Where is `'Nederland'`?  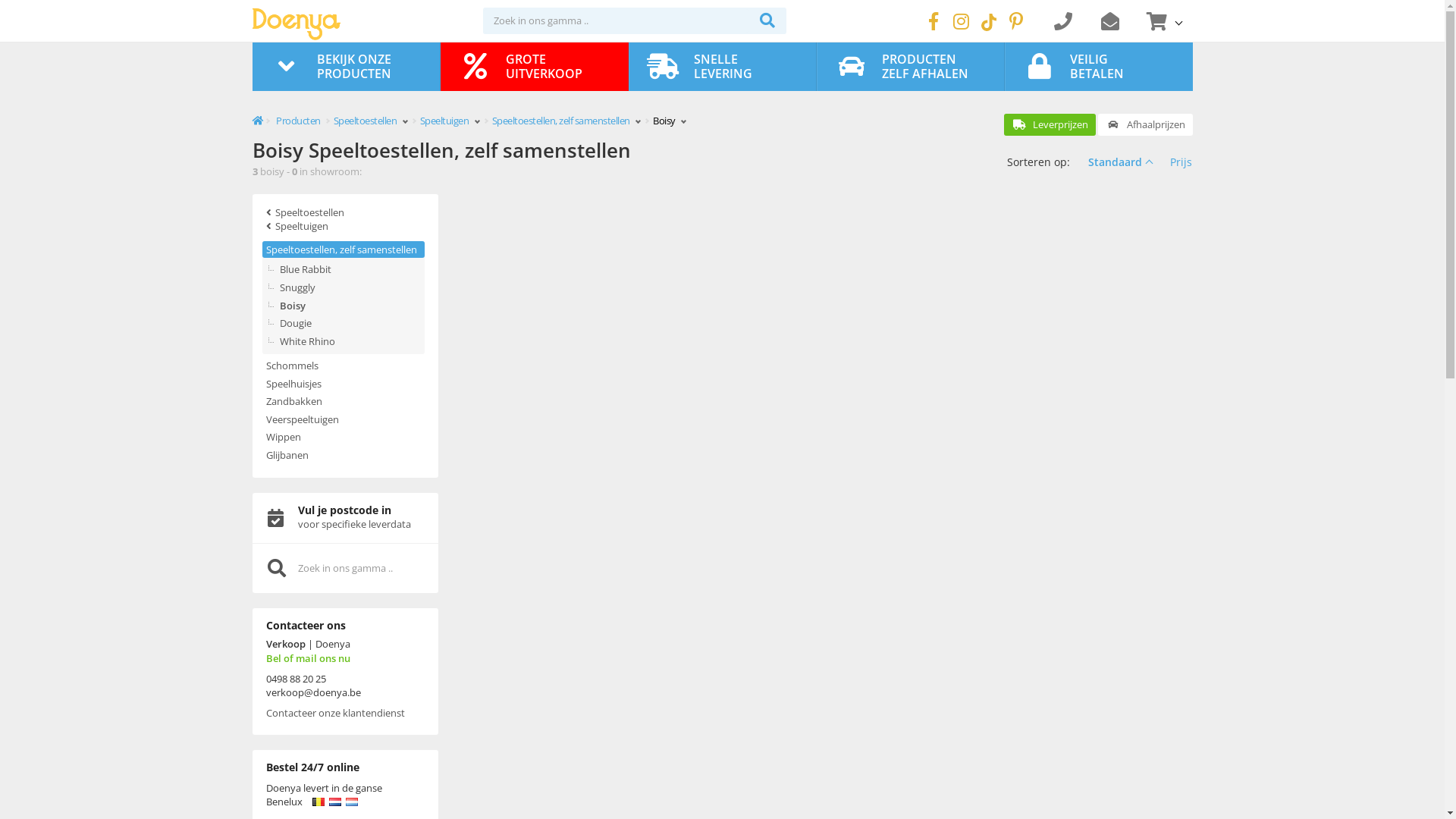
'Nederland' is located at coordinates (334, 801).